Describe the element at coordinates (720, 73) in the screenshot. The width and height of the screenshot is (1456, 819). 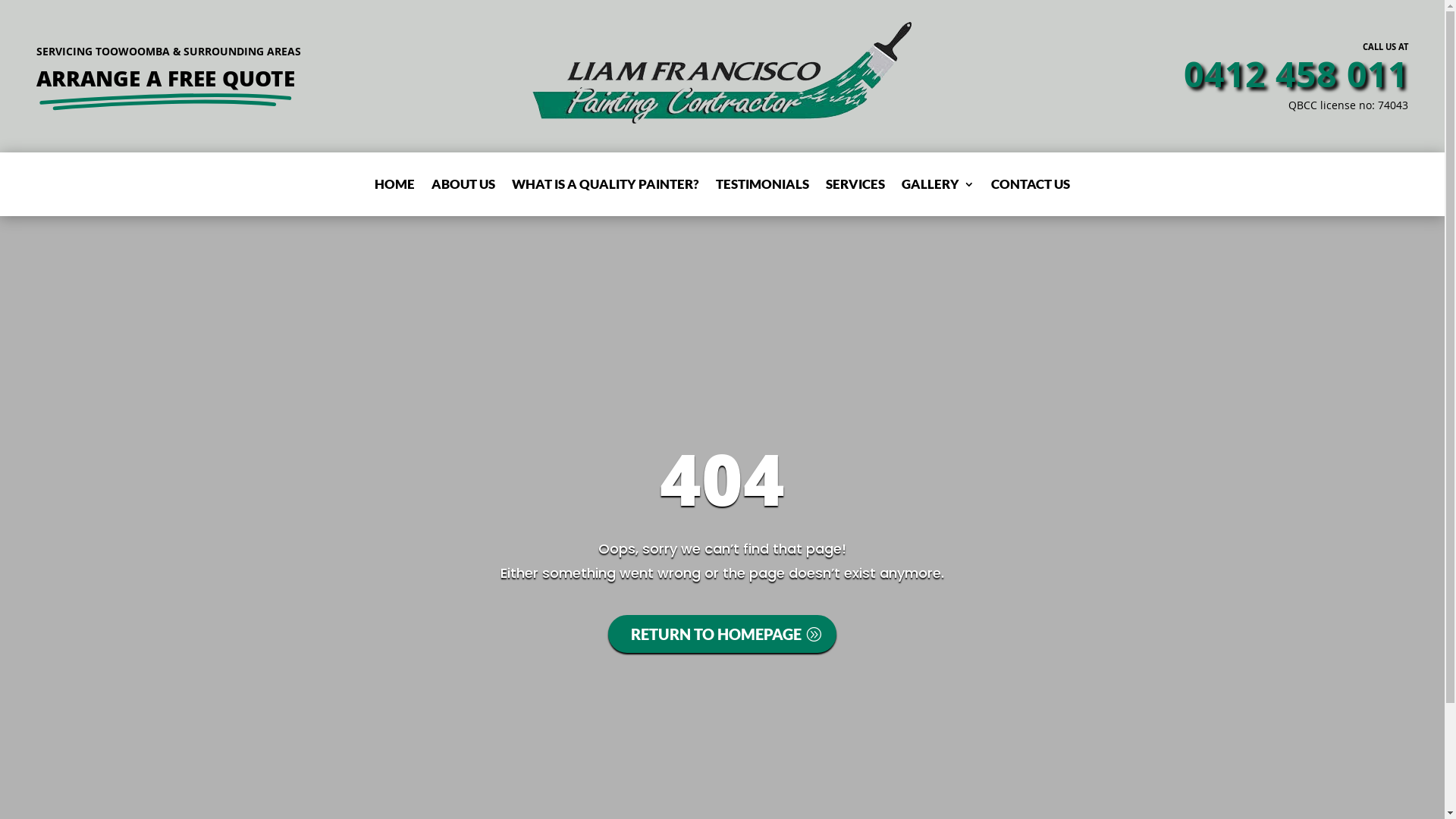
I see `'Liam Francisco Painting Toowoomba Logo'` at that location.